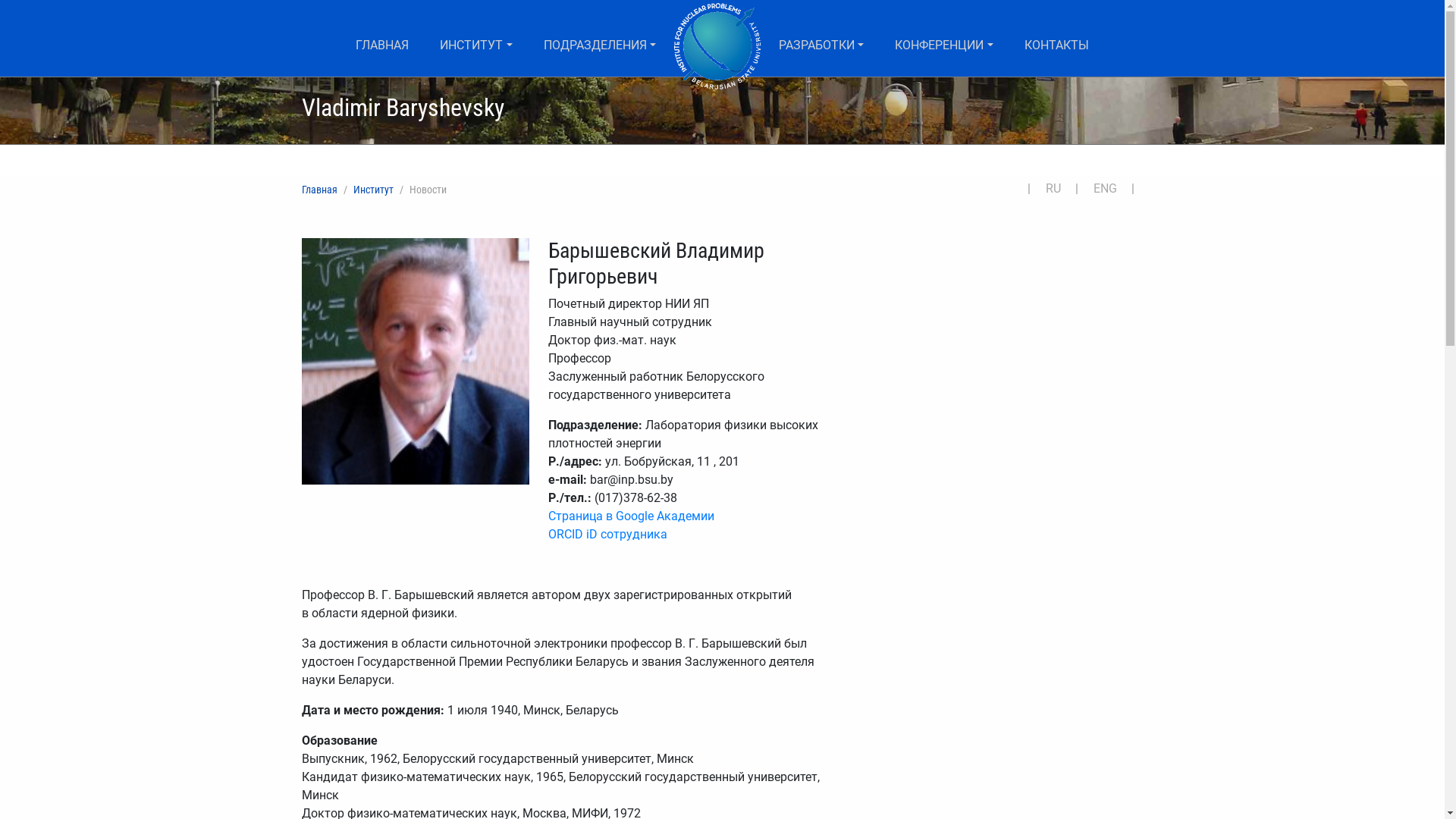 The height and width of the screenshot is (819, 1456). I want to click on 'ENG', so click(1110, 187).